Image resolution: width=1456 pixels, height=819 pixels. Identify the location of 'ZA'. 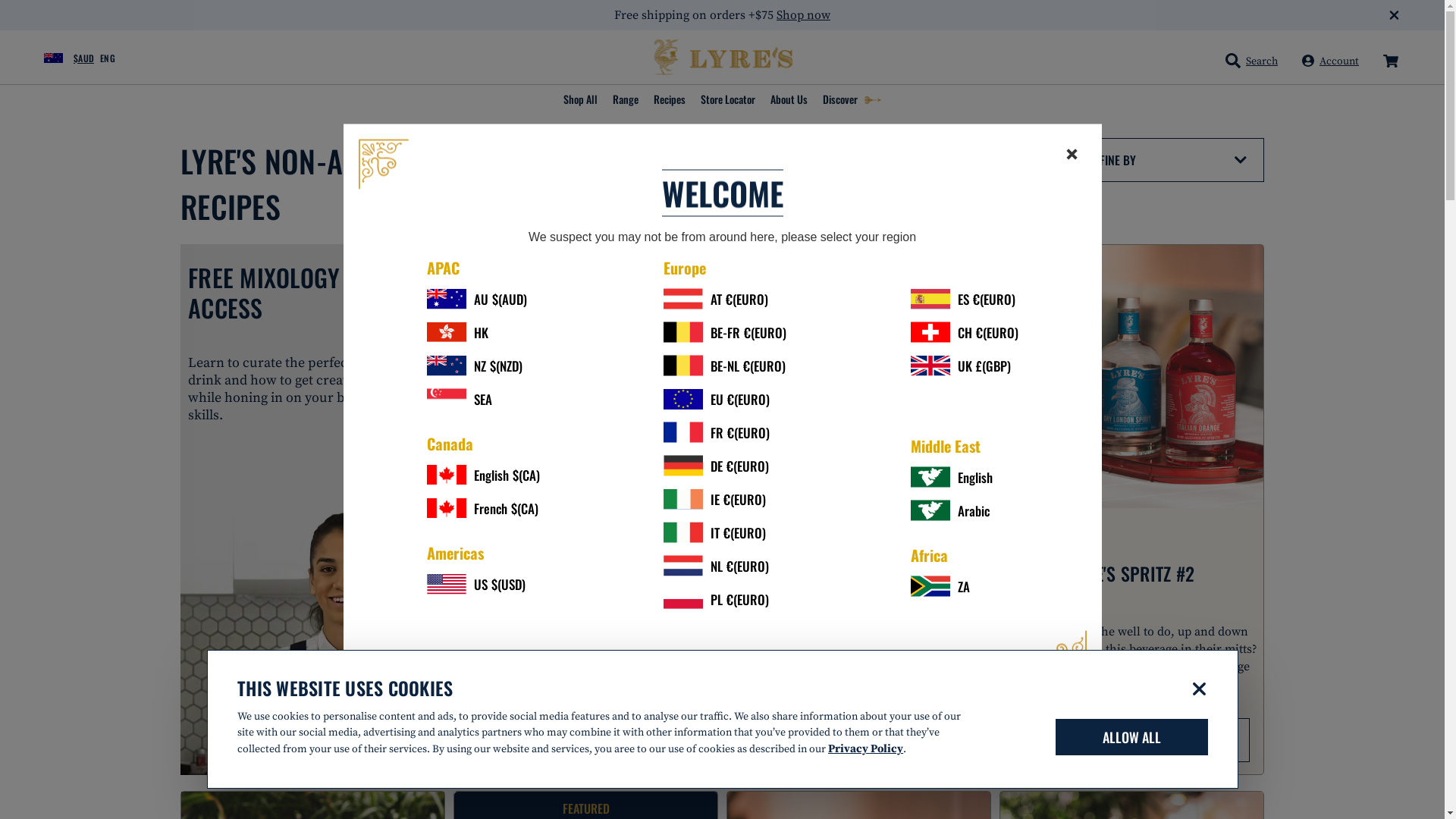
(963, 585).